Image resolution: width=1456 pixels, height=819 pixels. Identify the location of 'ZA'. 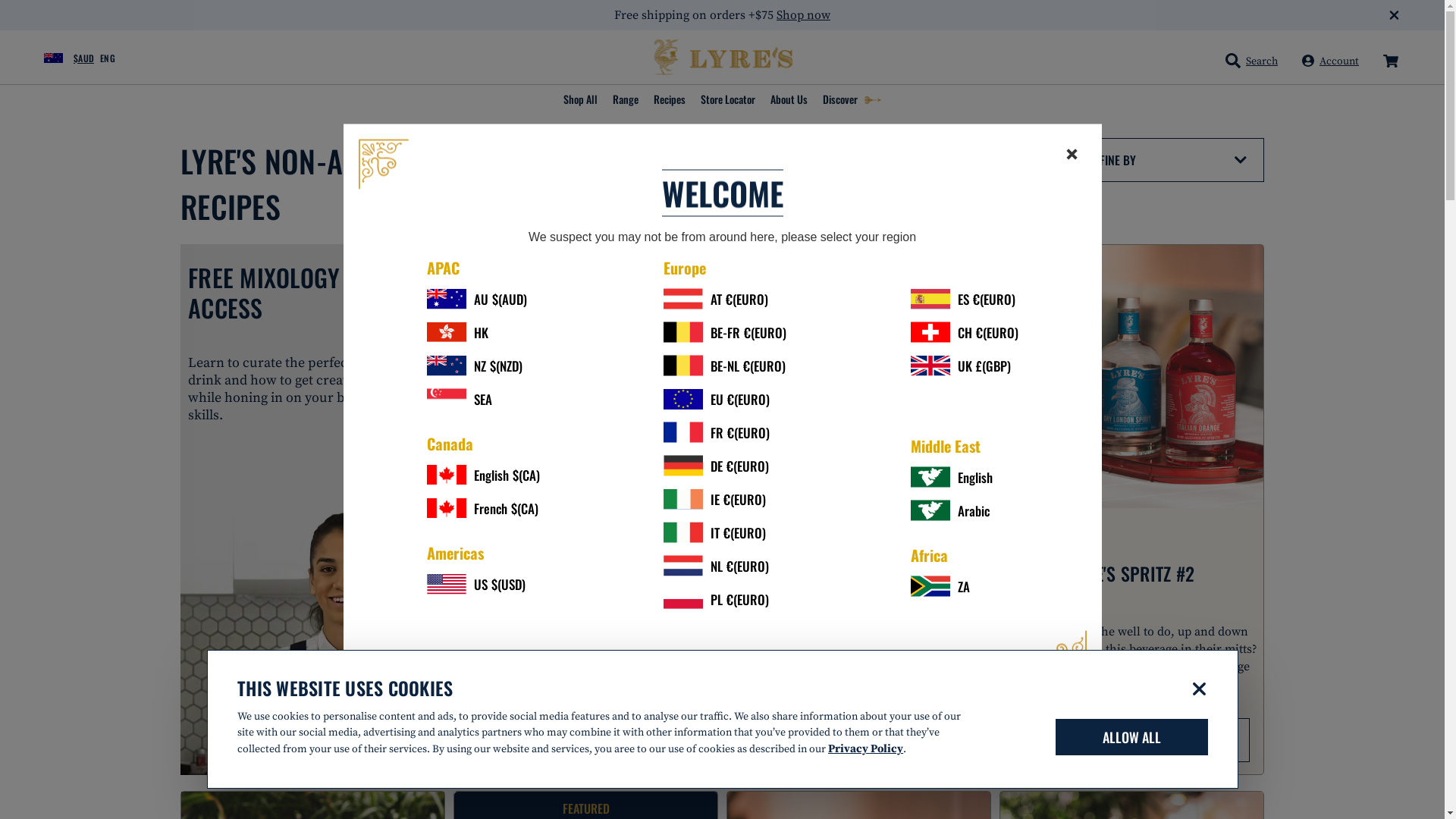
(963, 585).